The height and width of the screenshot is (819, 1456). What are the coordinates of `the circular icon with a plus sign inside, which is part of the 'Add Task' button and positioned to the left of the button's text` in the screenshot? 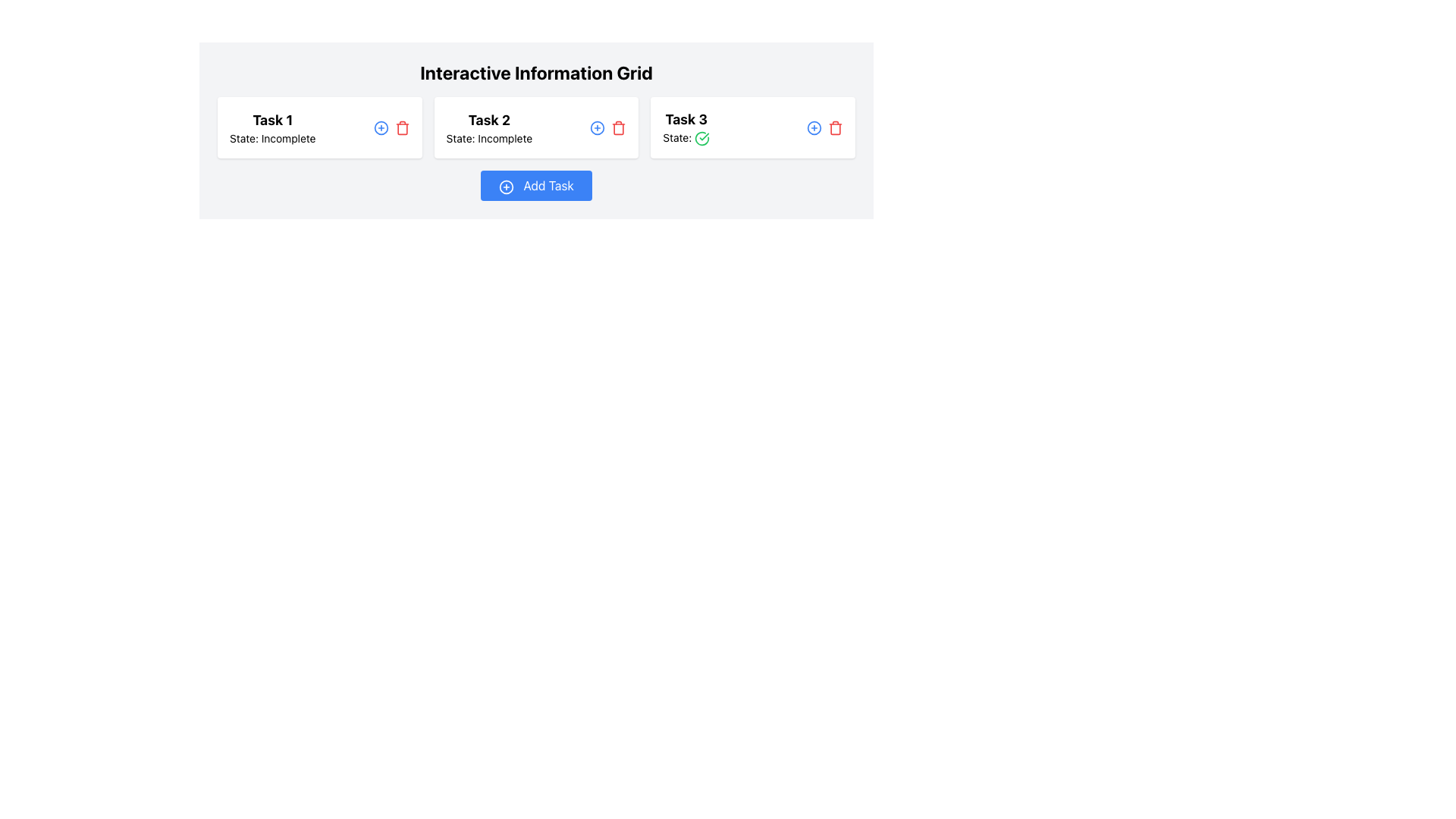 It's located at (507, 187).